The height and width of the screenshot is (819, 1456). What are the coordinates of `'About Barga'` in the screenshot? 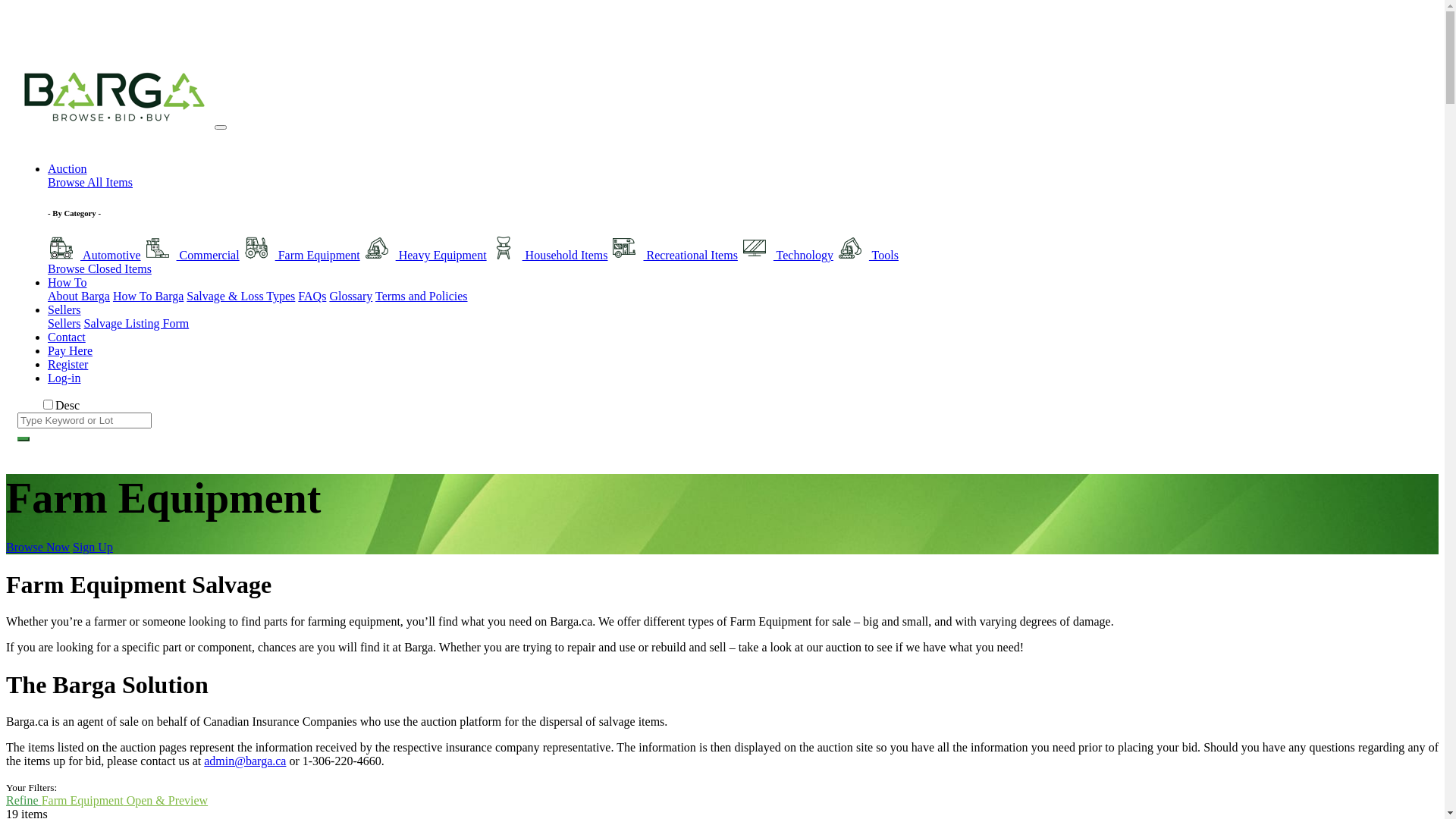 It's located at (78, 296).